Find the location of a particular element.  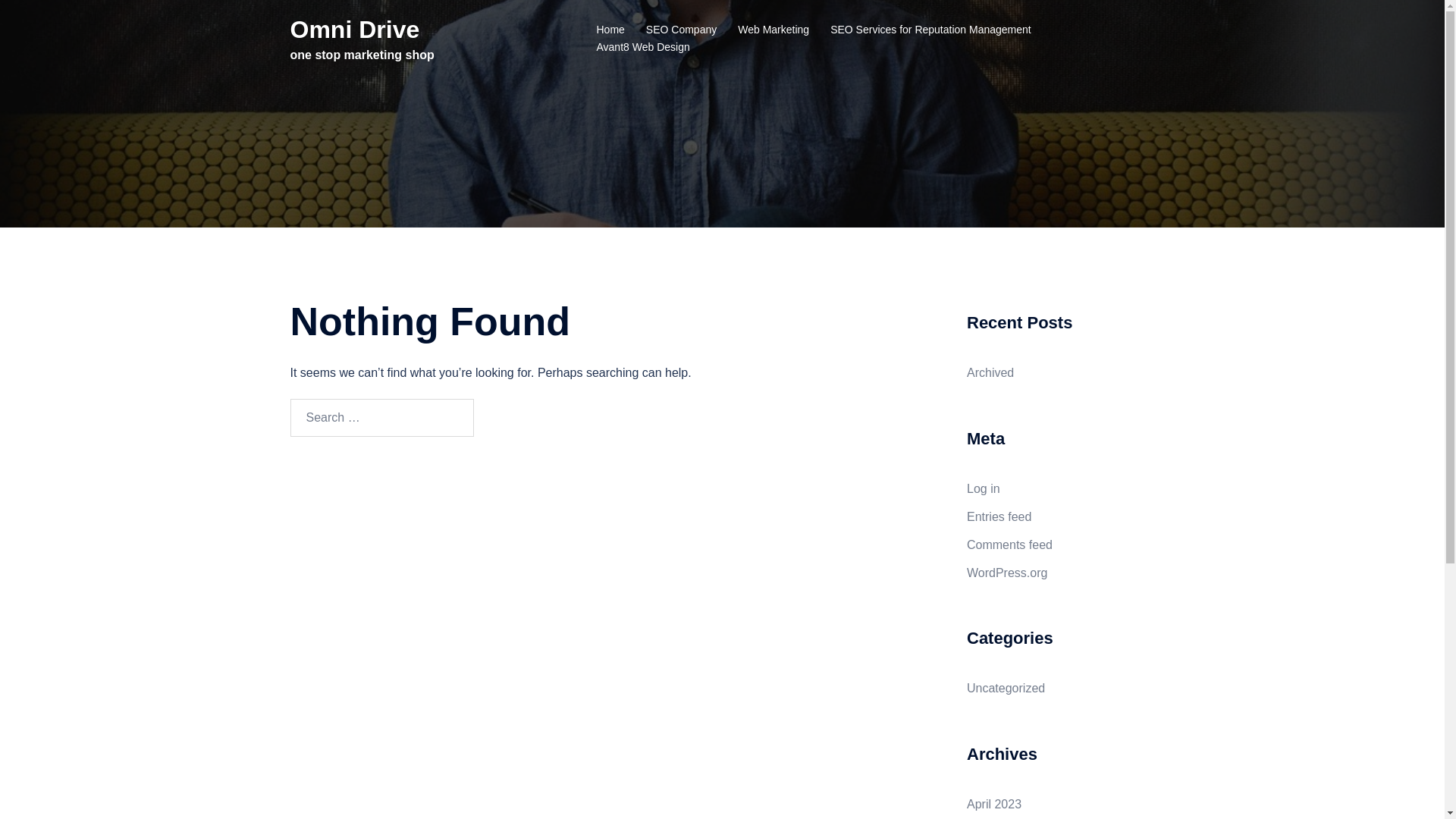

'Omni Drive' is located at coordinates (353, 29).